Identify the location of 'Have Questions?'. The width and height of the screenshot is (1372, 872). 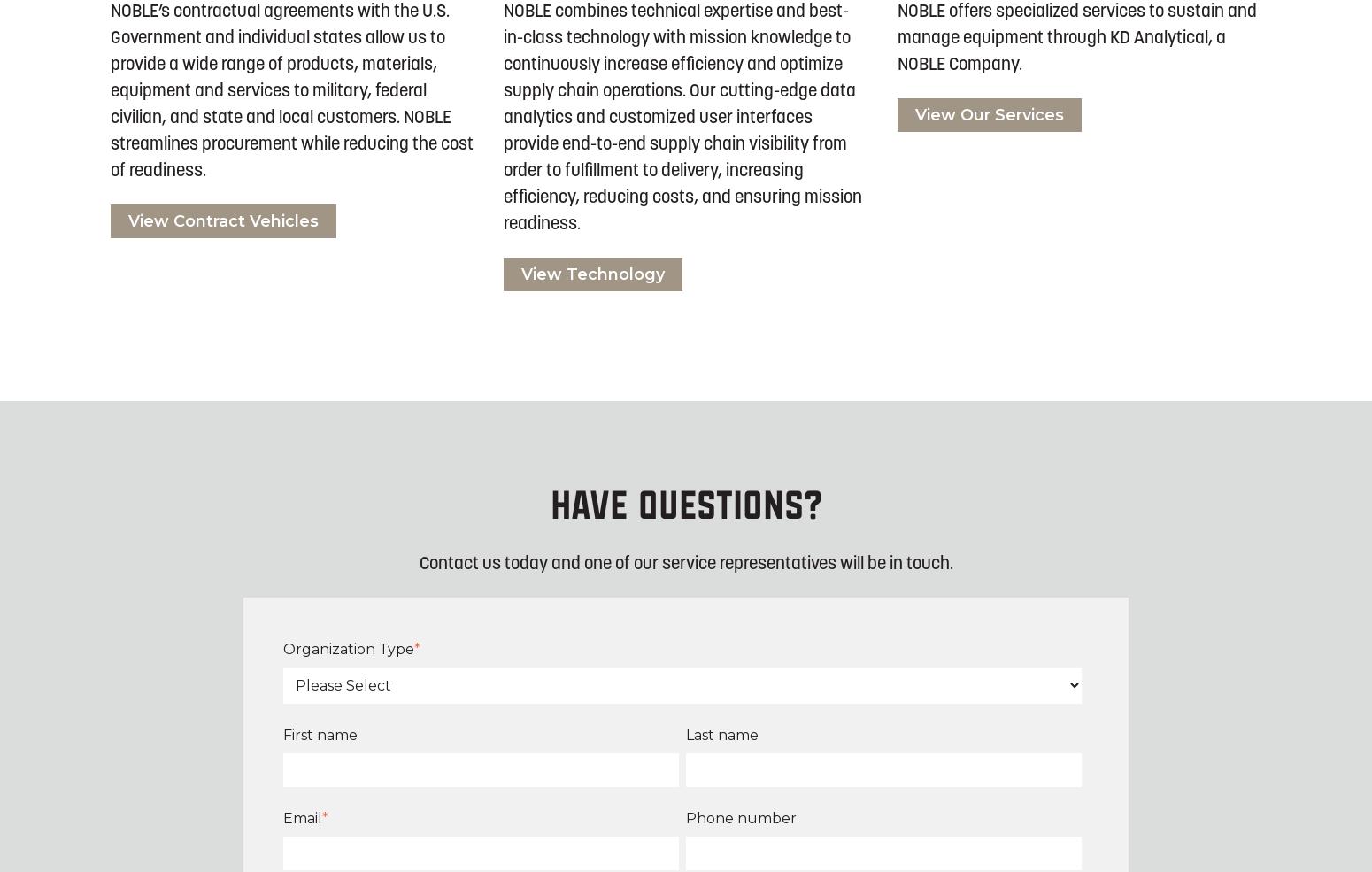
(685, 506).